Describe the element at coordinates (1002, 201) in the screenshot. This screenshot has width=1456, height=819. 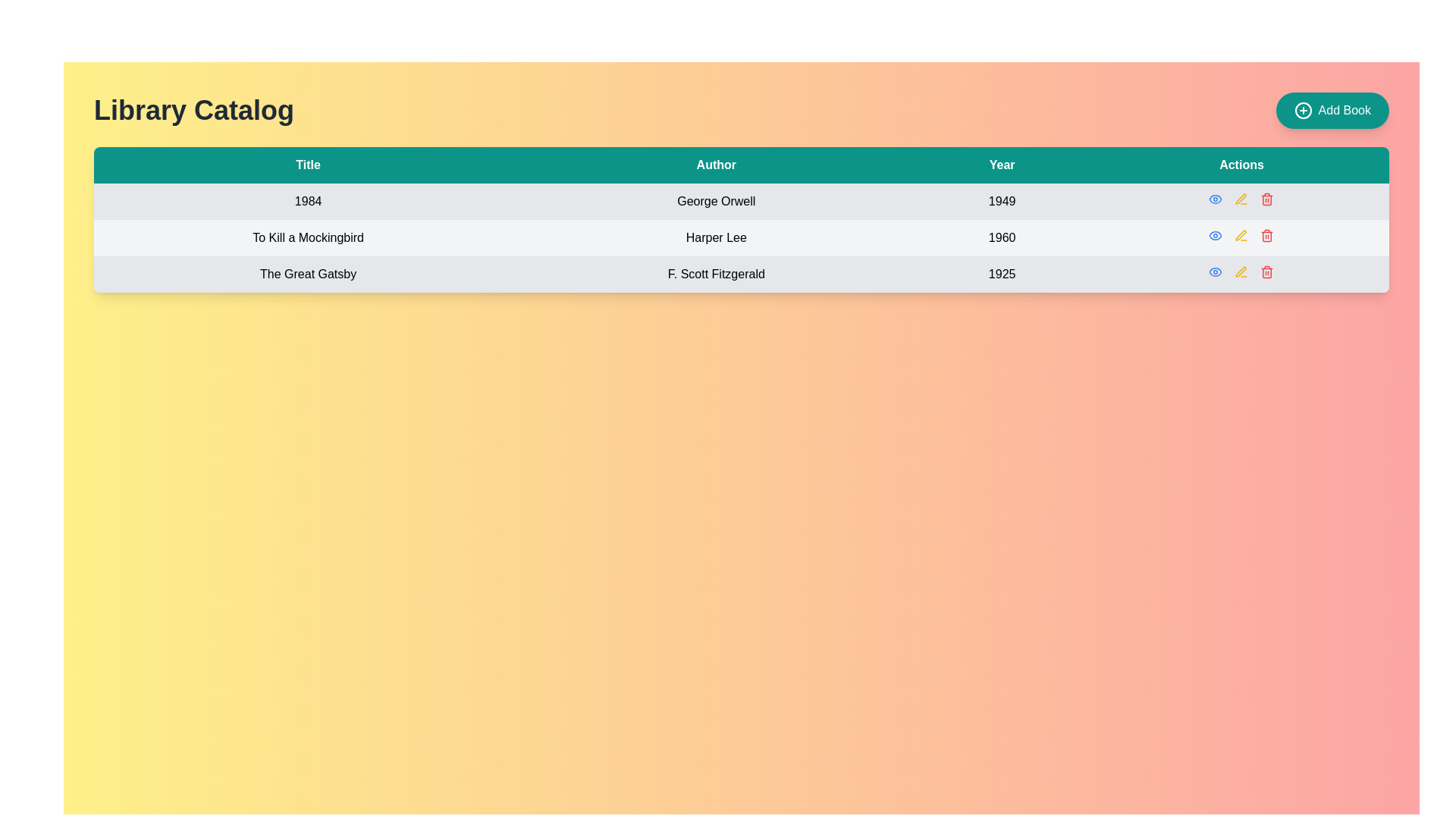
I see `the Text label displaying the publication year '1984' by George Orwell in the 'Year' column of the table` at that location.